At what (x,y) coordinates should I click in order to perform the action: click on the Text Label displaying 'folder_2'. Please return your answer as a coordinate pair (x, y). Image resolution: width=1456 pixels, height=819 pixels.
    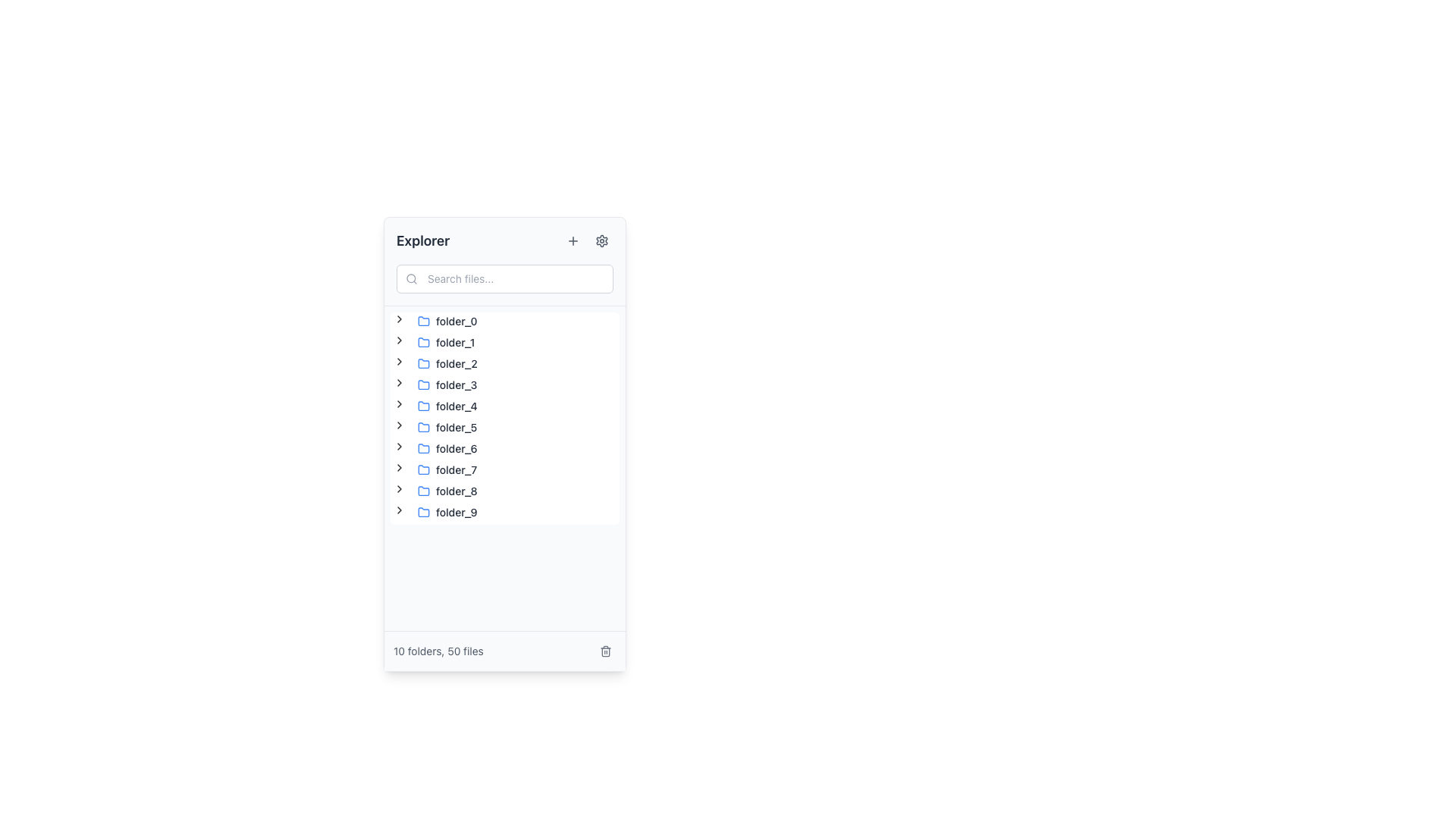
    Looking at the image, I should click on (456, 363).